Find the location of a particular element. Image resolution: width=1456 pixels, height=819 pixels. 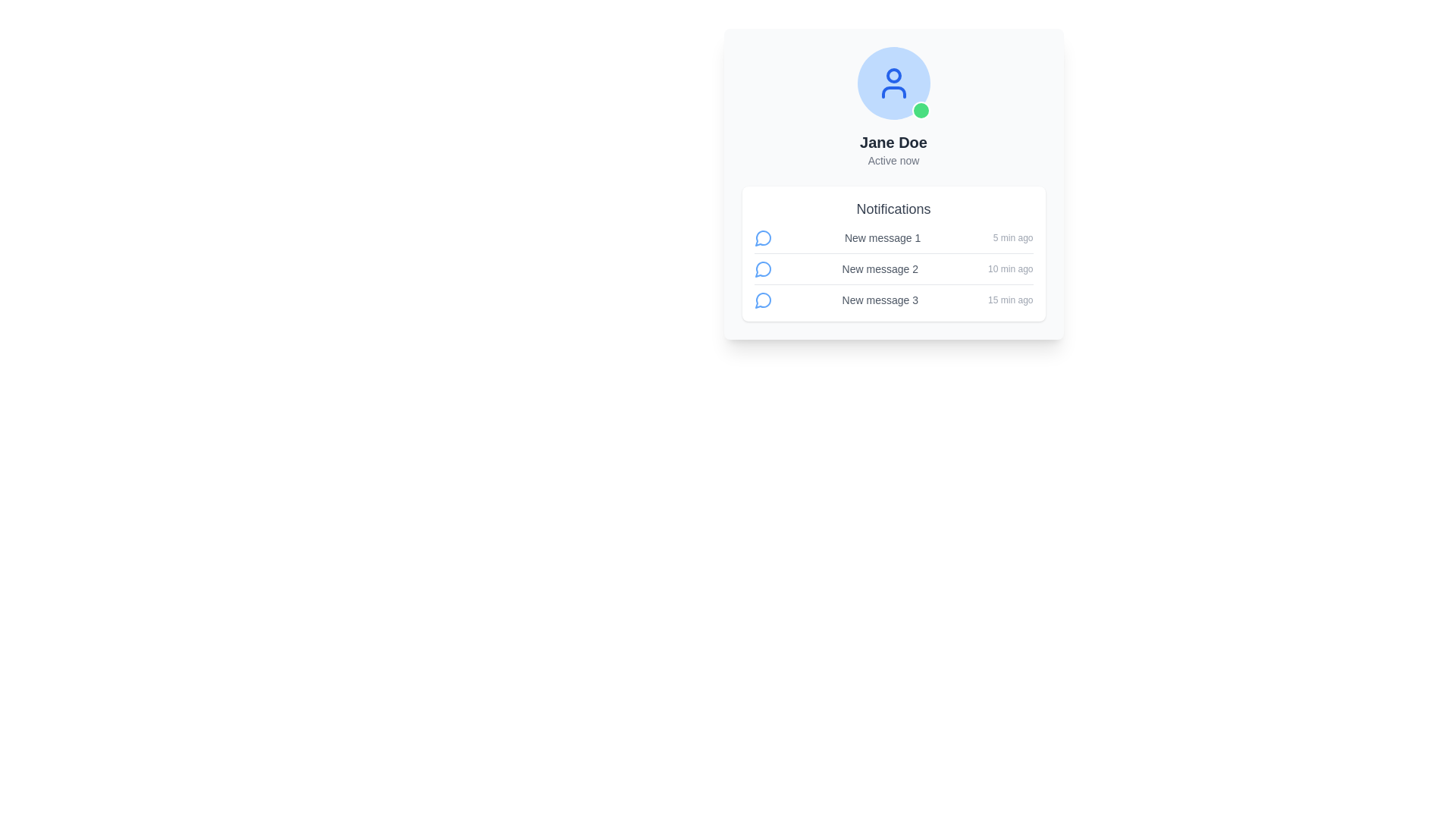

the second notification item in the notification list is located at coordinates (893, 271).